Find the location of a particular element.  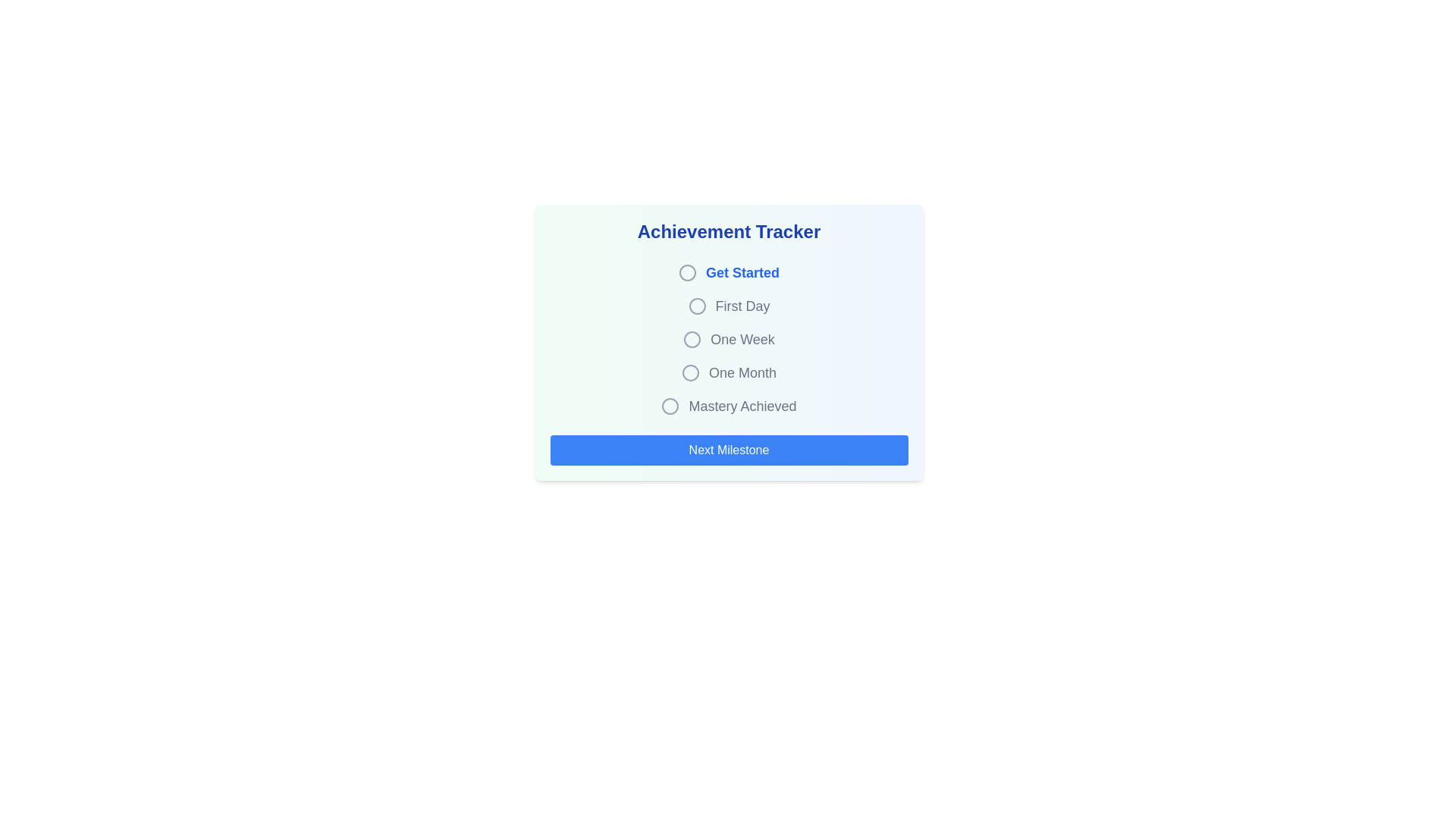

the 'Get Started' radio button is located at coordinates (729, 271).